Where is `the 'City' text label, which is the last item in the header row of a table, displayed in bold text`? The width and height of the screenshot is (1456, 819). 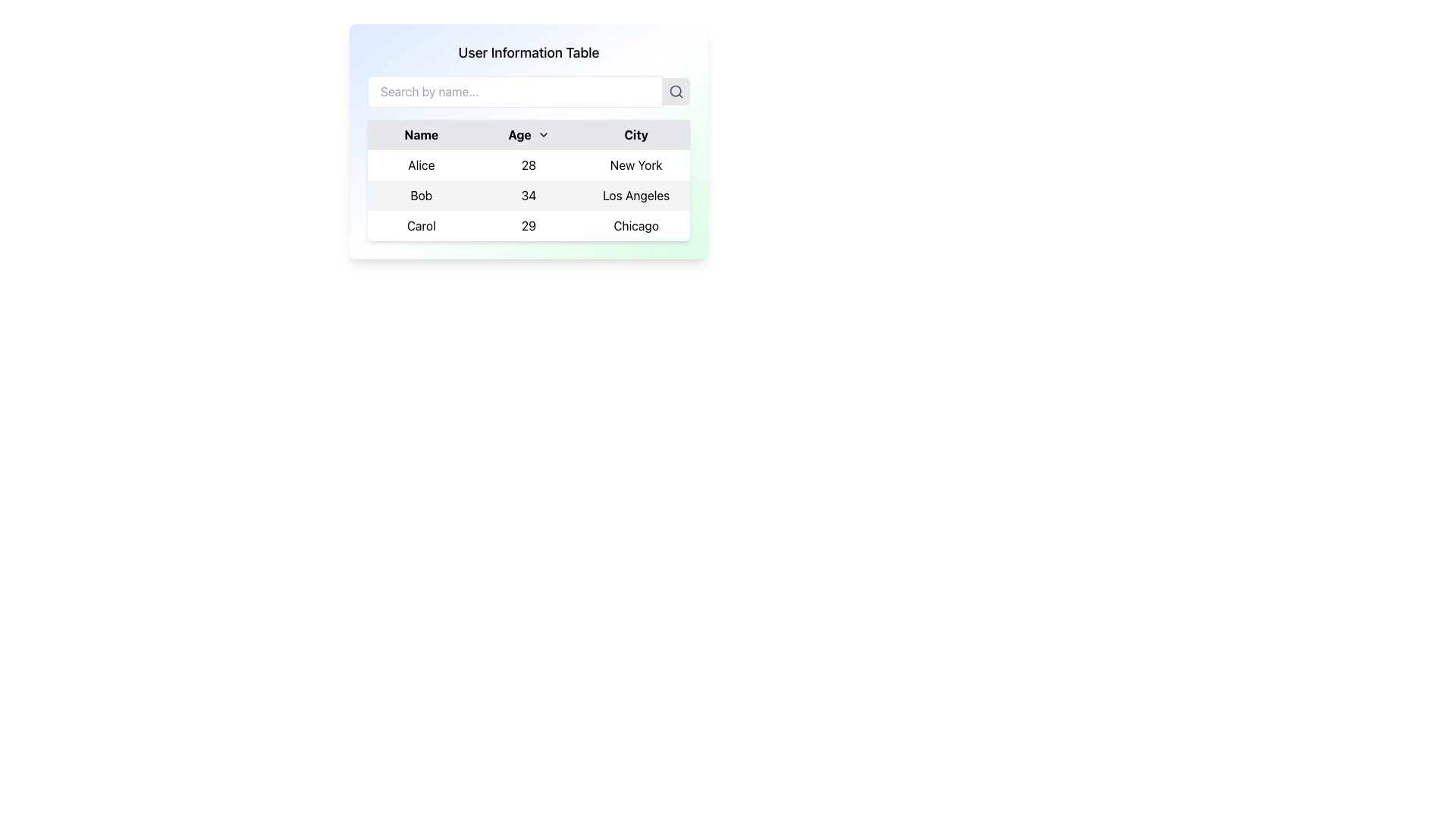 the 'City' text label, which is the last item in the header row of a table, displayed in bold text is located at coordinates (636, 133).